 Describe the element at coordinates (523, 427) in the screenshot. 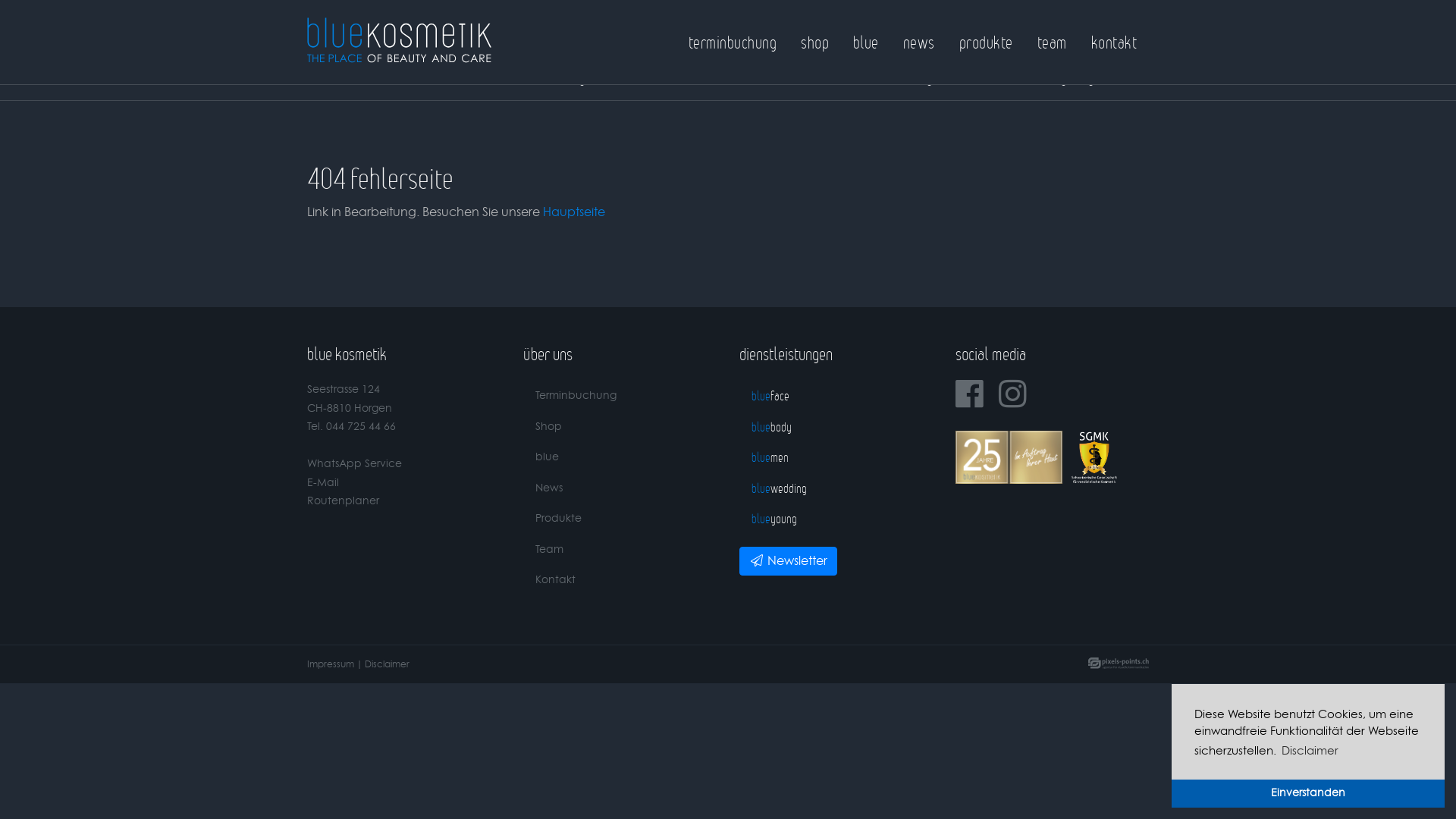

I see `'Shop'` at that location.